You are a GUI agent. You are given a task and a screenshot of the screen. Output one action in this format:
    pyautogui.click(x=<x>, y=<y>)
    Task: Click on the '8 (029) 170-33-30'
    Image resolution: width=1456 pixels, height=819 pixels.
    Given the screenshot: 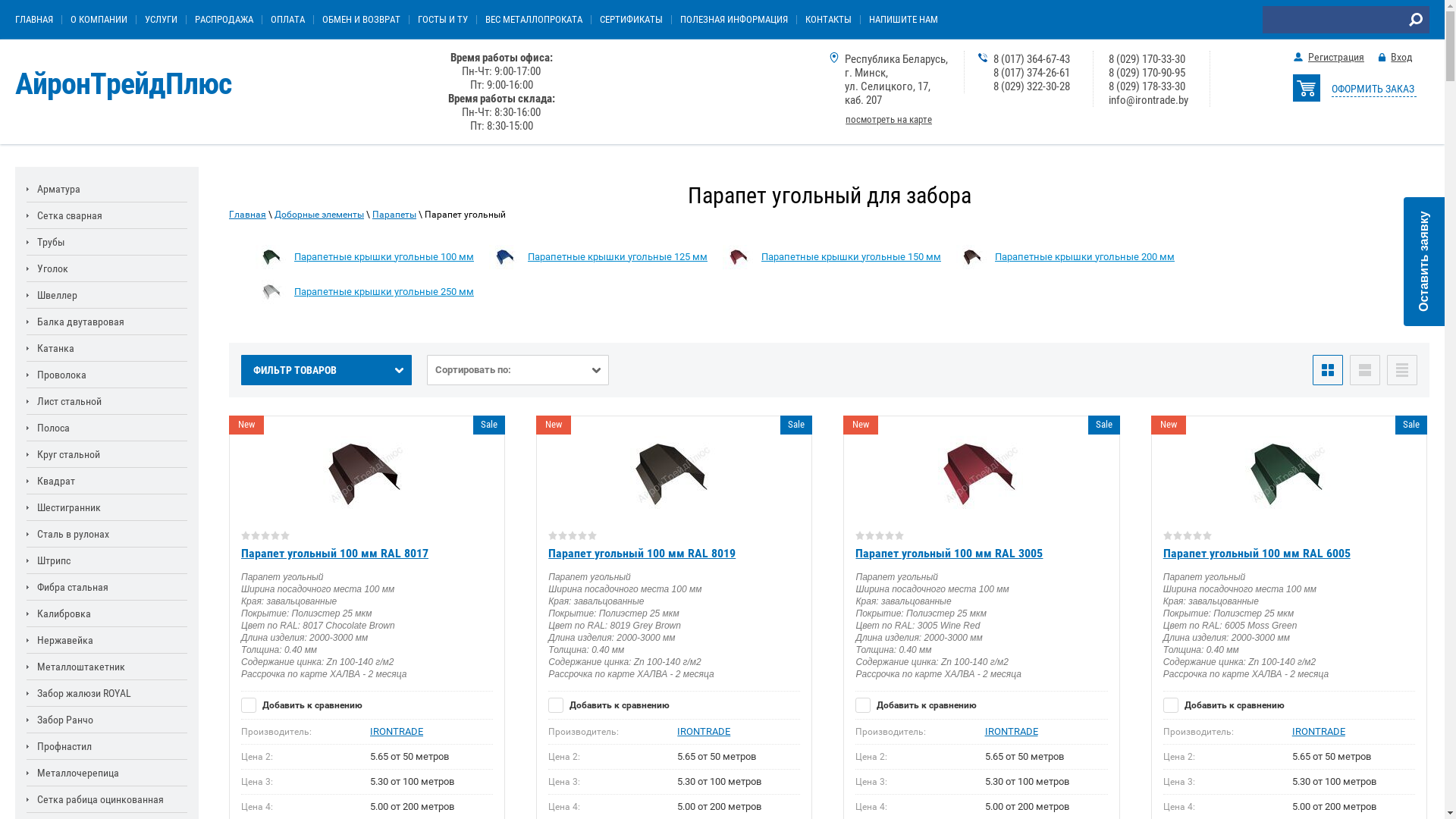 What is the action you would take?
    pyautogui.click(x=1147, y=58)
    